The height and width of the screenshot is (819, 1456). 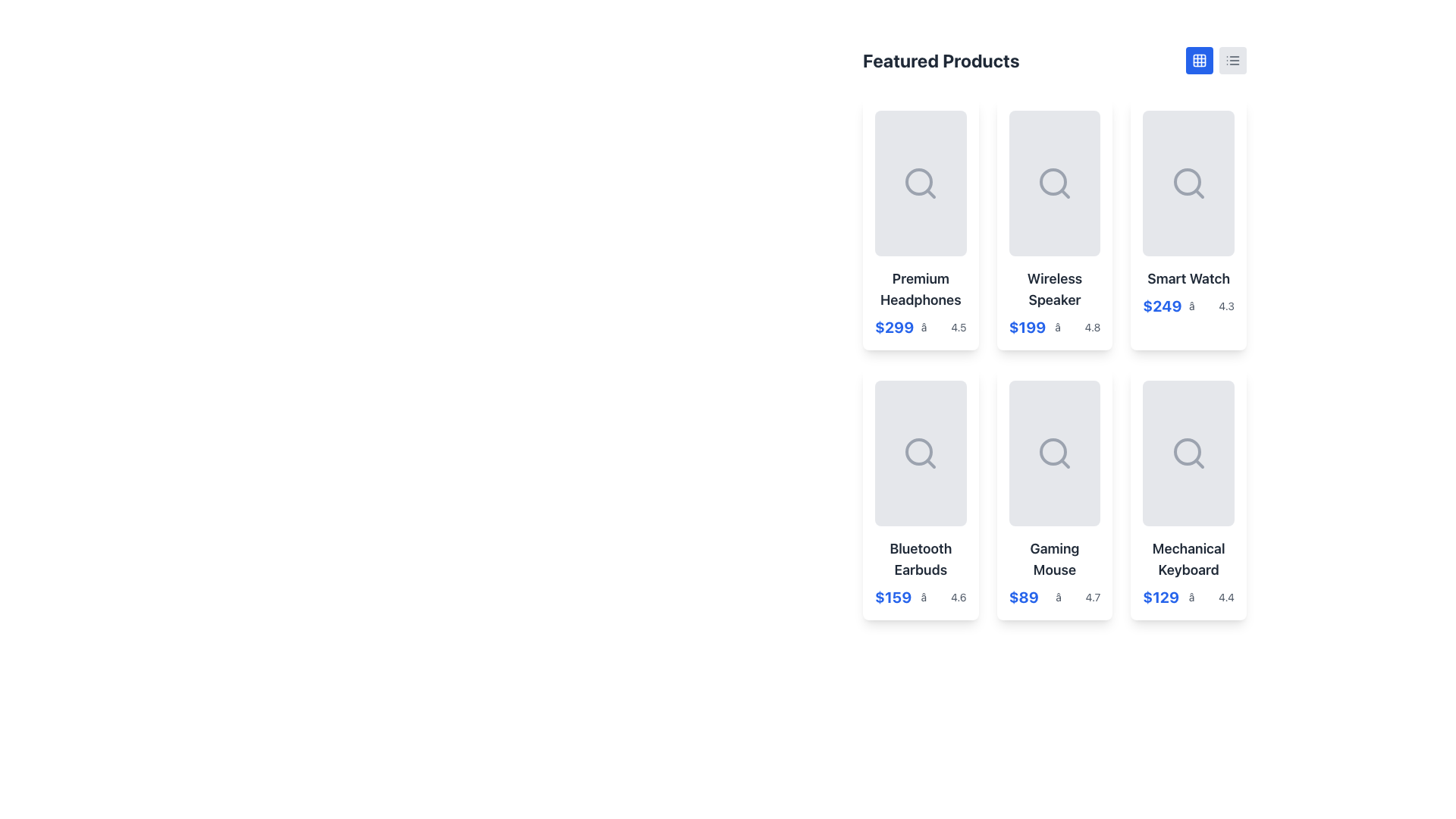 What do you see at coordinates (1198, 463) in the screenshot?
I see `the search icon located in the bottom-right card of the grid layout, specifically in the sixth position under the 'Mechanical Keyboard' label` at bounding box center [1198, 463].